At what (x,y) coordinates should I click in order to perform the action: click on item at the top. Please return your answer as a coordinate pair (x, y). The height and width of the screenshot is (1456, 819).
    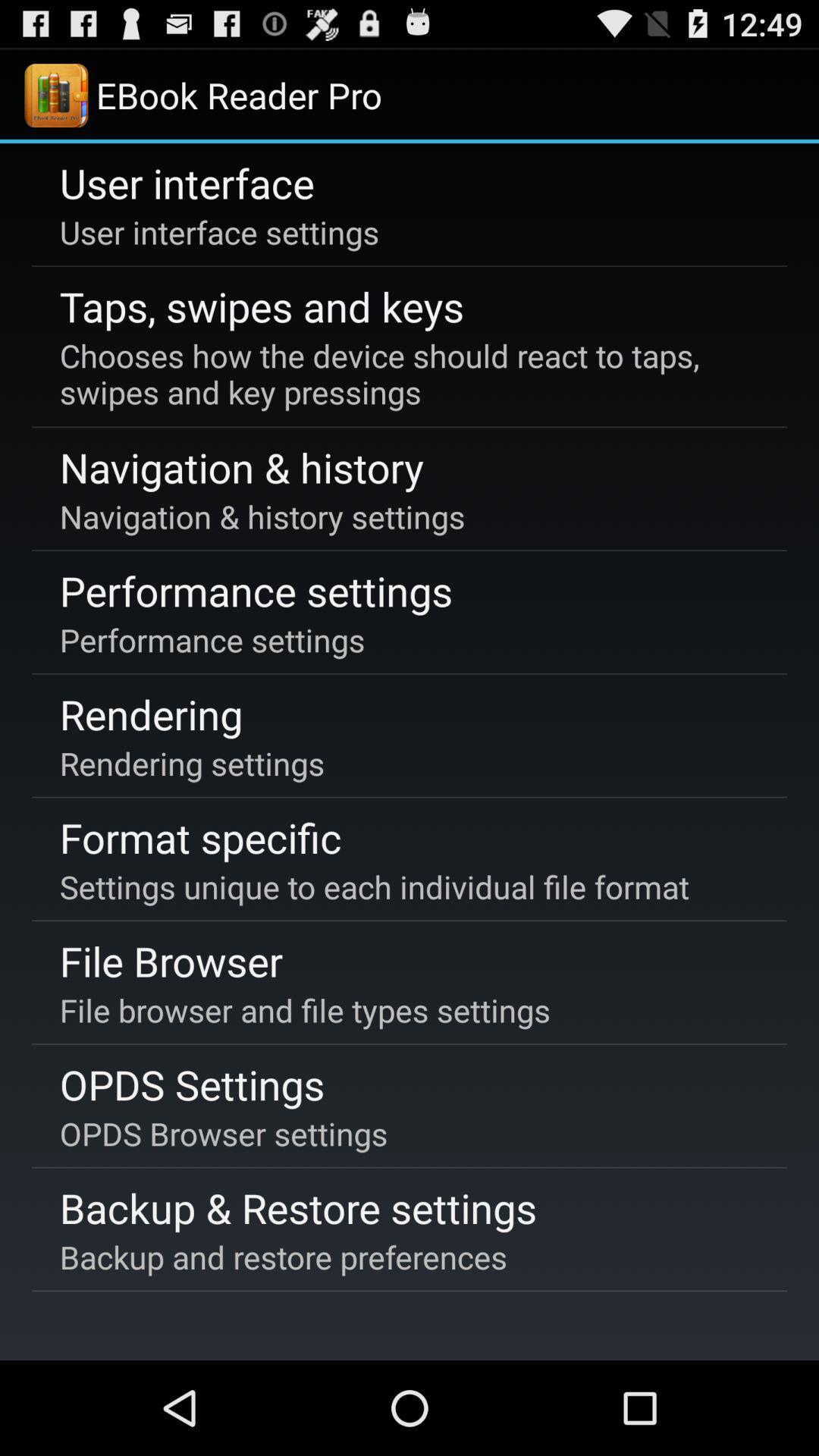
    Looking at the image, I should click on (406, 374).